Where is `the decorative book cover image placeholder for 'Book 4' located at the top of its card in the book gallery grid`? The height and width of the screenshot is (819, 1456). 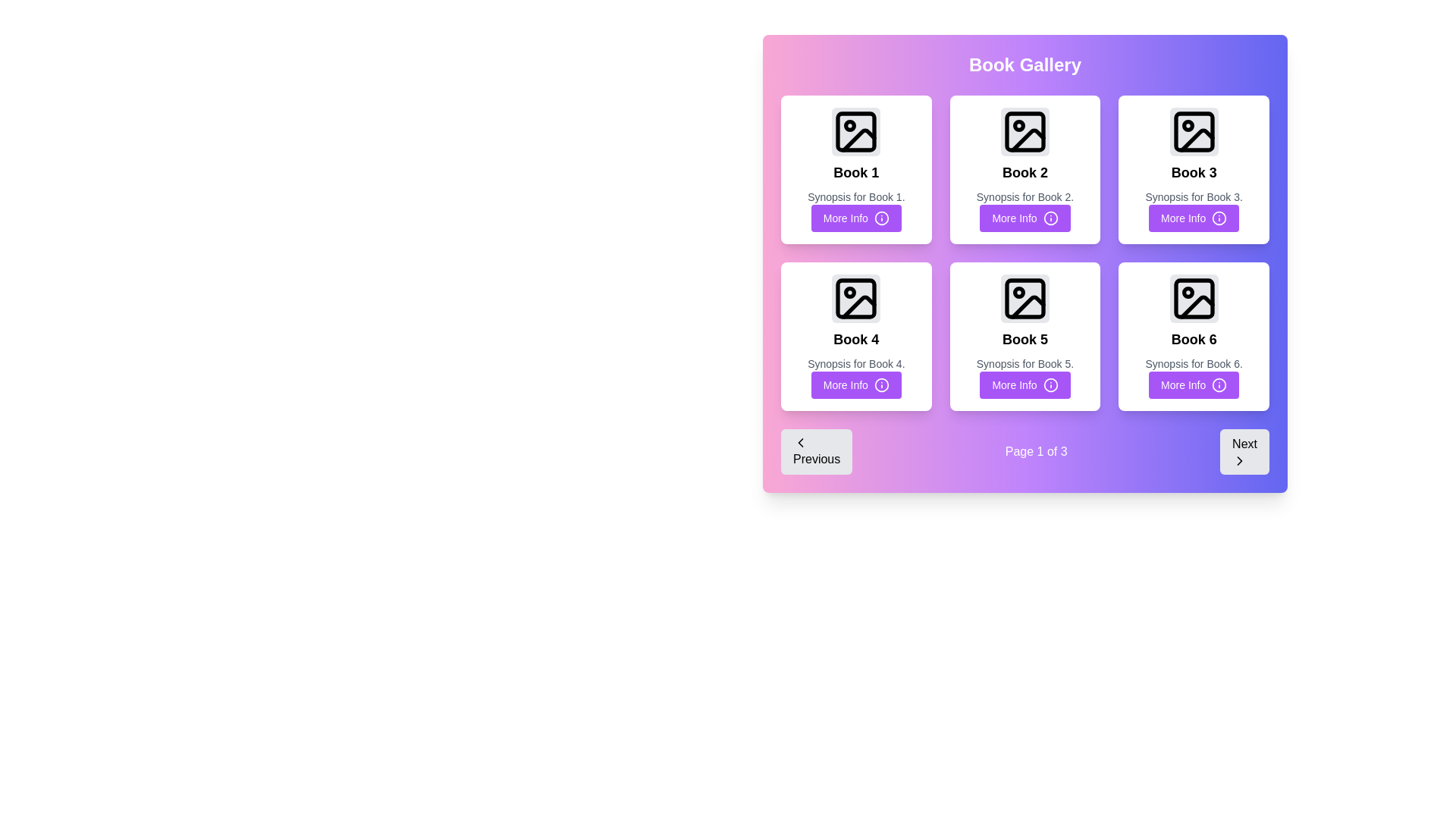 the decorative book cover image placeholder for 'Book 4' located at the top of its card in the book gallery grid is located at coordinates (856, 298).